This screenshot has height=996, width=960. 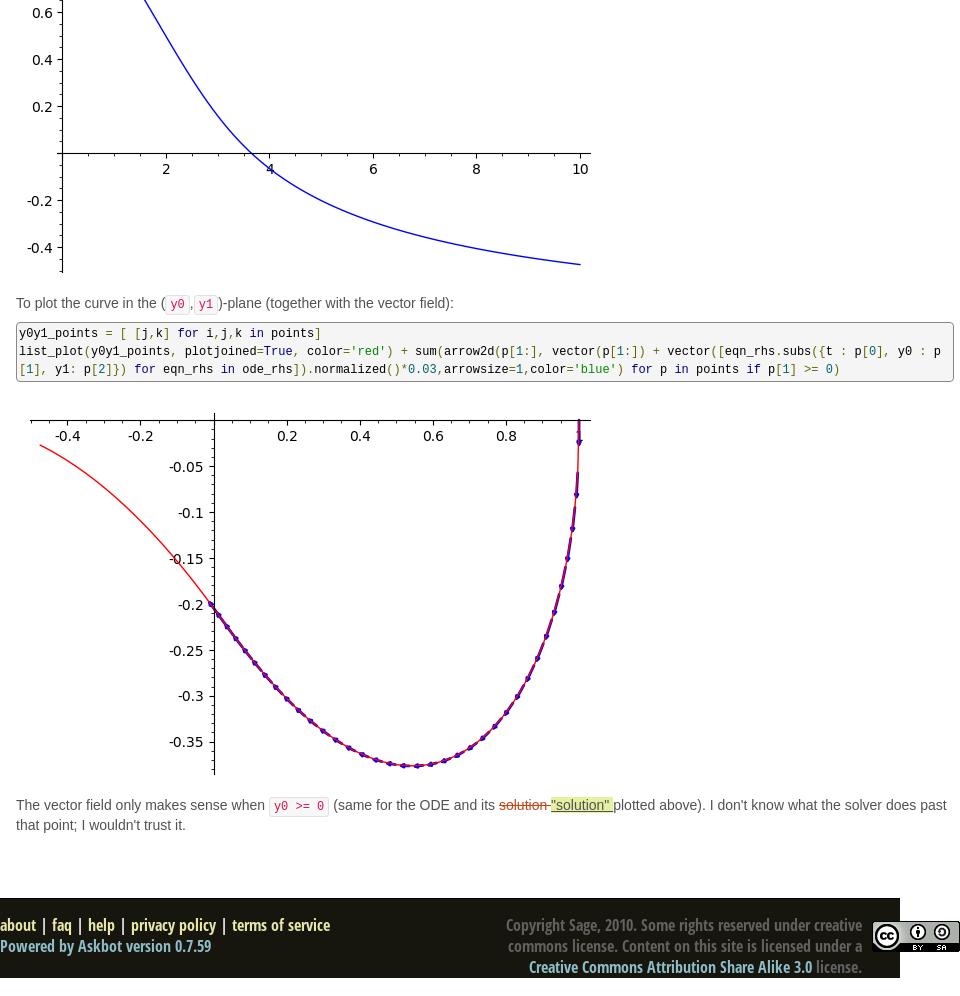 What do you see at coordinates (105, 946) in the screenshot?
I see `'Powered by Askbot version 0.7.59'` at bounding box center [105, 946].